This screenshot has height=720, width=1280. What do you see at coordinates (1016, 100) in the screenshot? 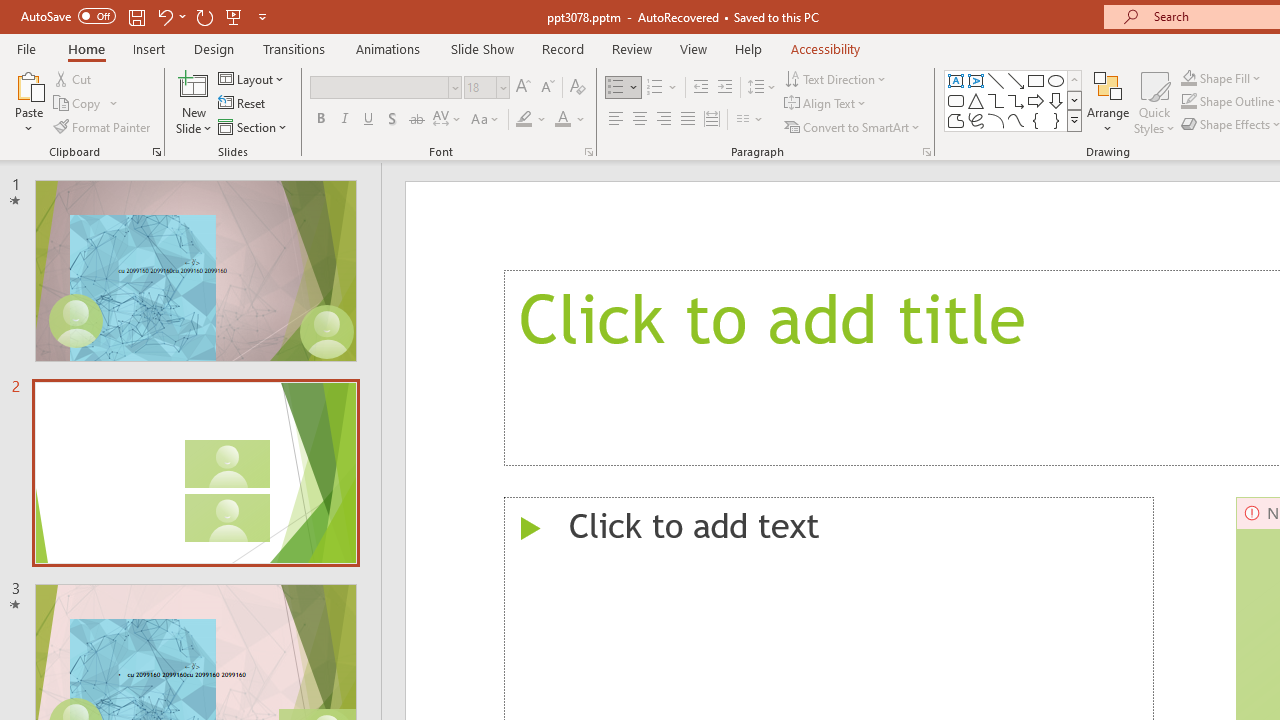
I see `'Connector: Elbow Arrow'` at bounding box center [1016, 100].